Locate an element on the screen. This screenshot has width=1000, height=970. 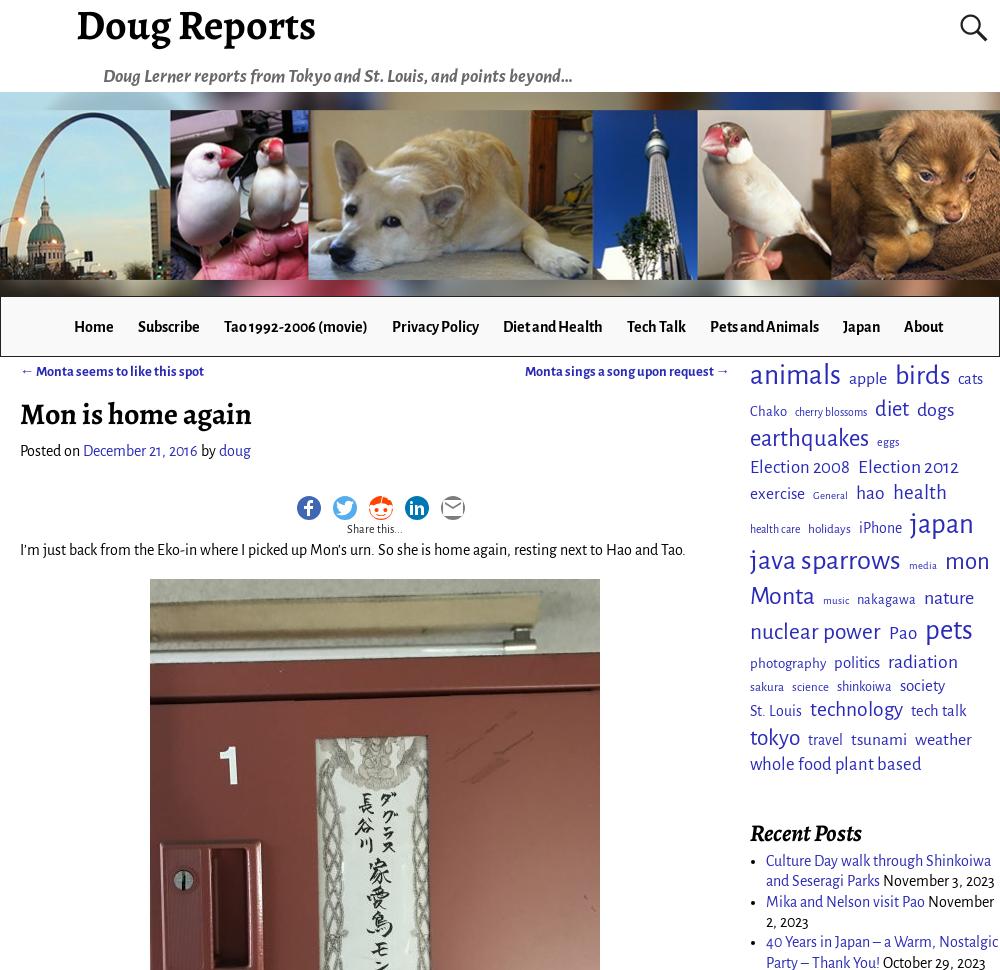
'radiation' is located at coordinates (923, 659).